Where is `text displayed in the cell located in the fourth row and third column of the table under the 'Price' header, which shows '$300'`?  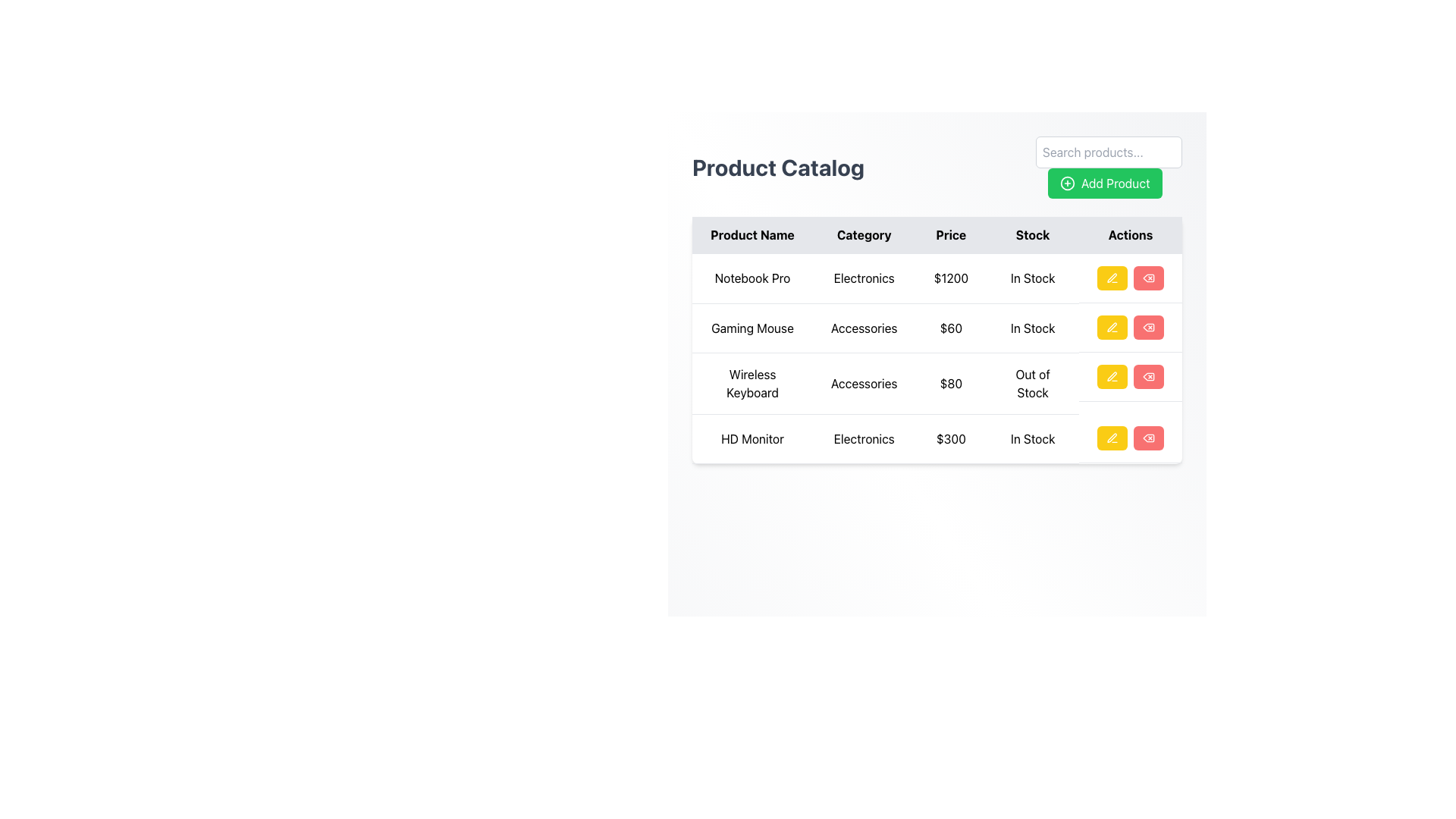 text displayed in the cell located in the fourth row and third column of the table under the 'Price' header, which shows '$300' is located at coordinates (950, 438).